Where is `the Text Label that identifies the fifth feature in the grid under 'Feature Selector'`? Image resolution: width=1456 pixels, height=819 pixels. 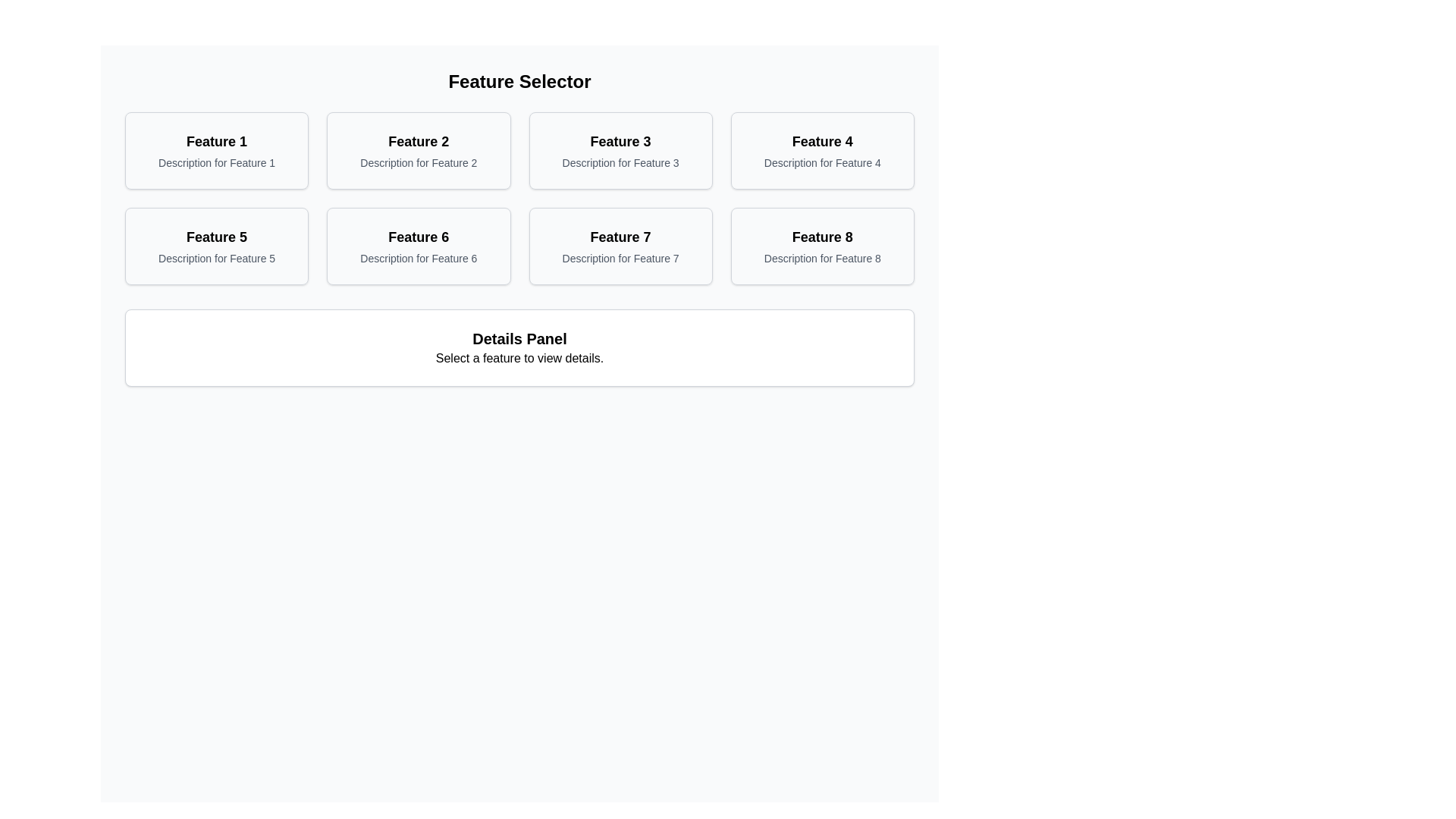 the Text Label that identifies the fifth feature in the grid under 'Feature Selector' is located at coordinates (216, 237).